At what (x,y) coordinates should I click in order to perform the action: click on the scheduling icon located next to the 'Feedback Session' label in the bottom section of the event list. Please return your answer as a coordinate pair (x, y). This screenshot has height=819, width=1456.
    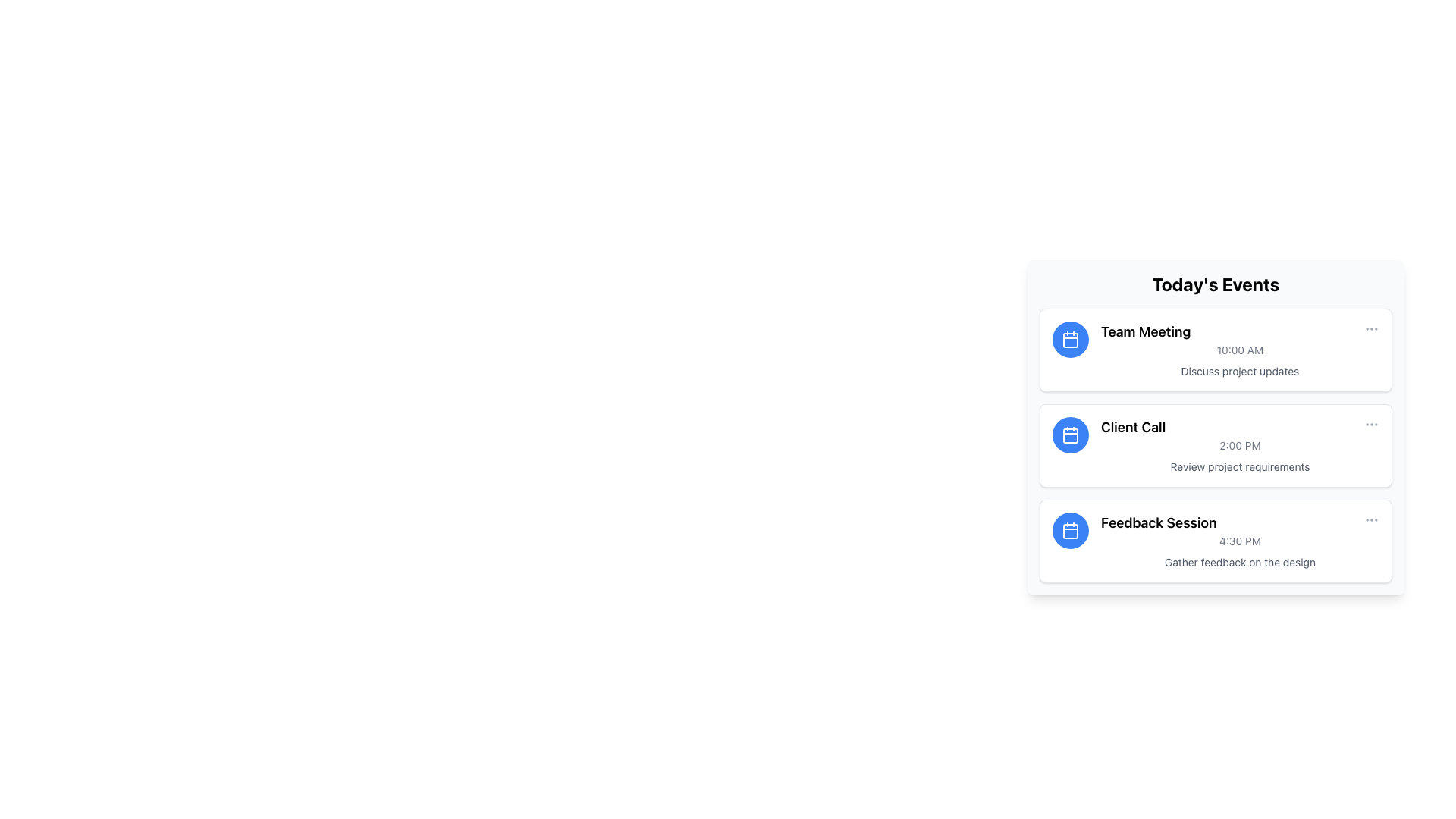
    Looking at the image, I should click on (1069, 529).